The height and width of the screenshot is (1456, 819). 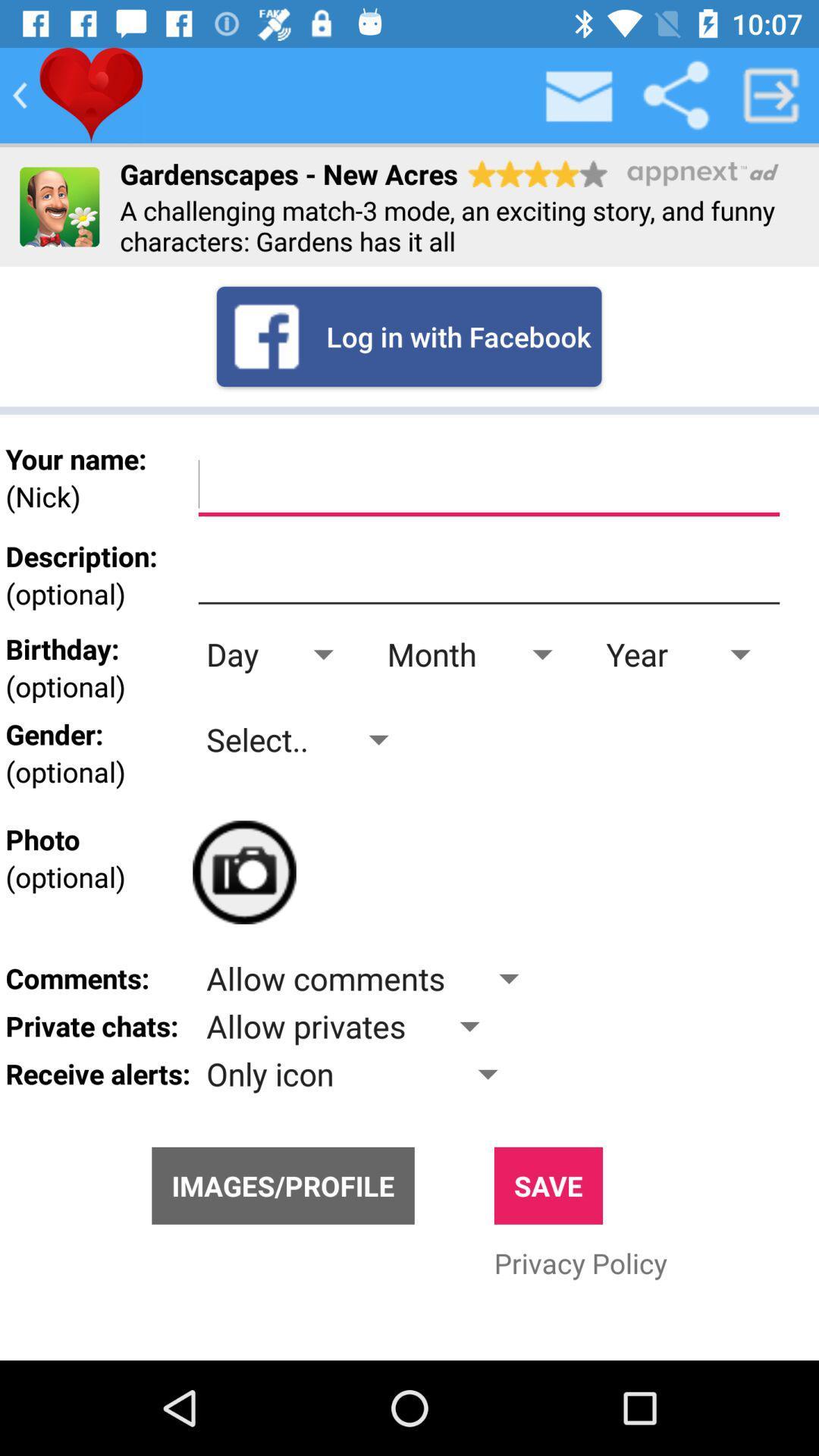 I want to click on photo, so click(x=243, y=872).